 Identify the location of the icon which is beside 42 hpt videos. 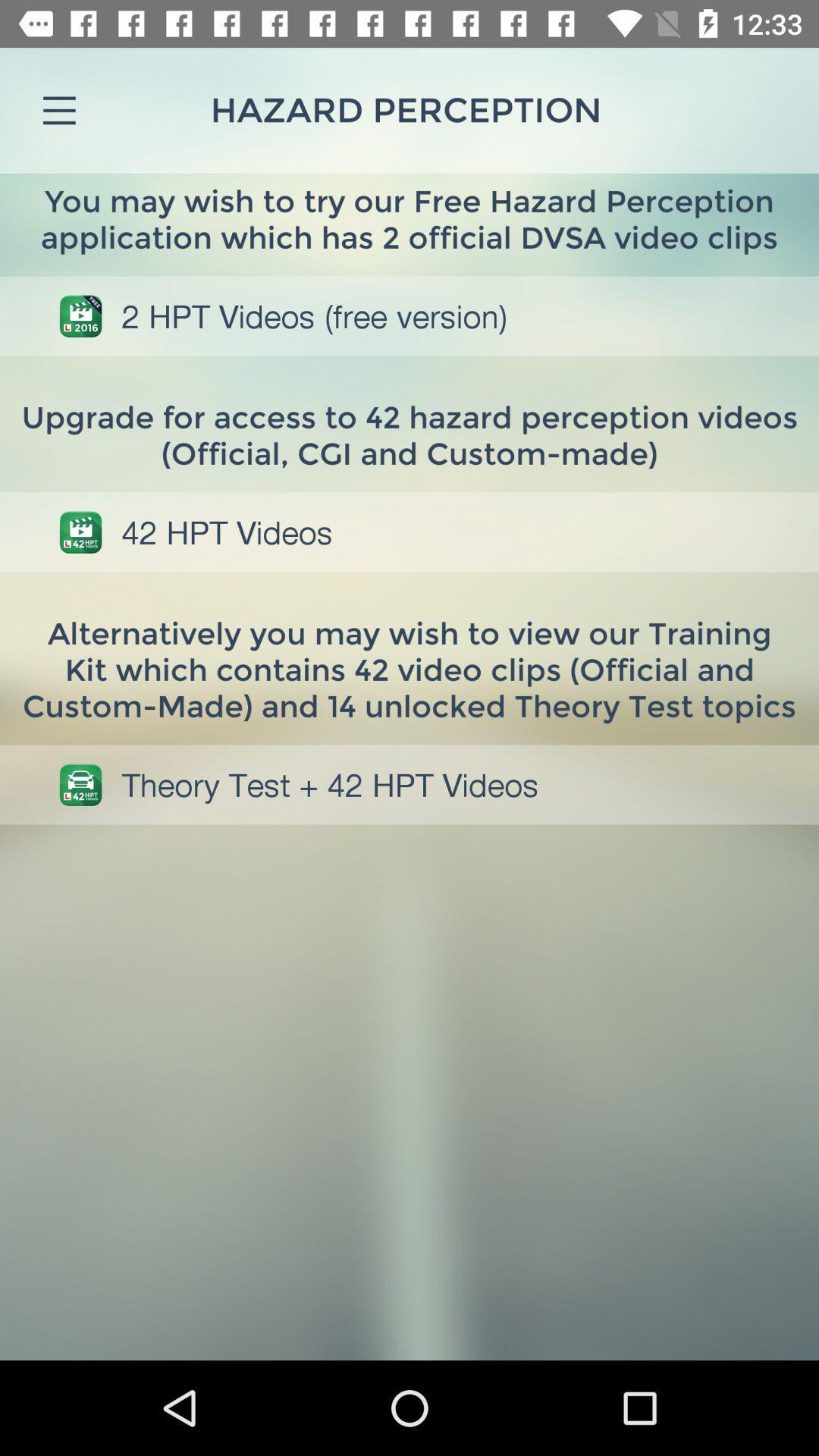
(80, 532).